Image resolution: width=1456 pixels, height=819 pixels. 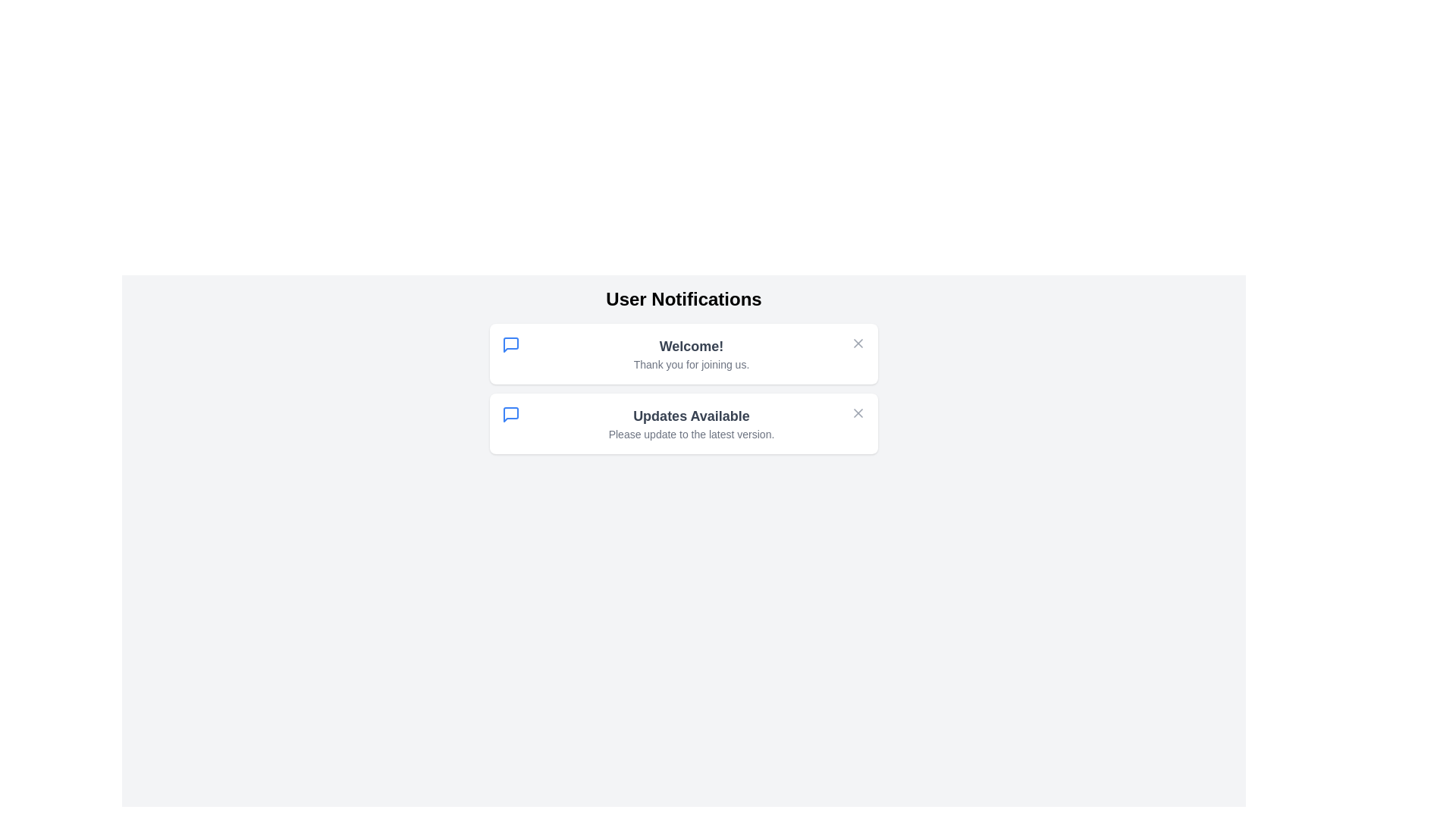 I want to click on the close button located in the top-right corner of the 'Welcome!' notification card to change the color of the icon, so click(x=858, y=343).